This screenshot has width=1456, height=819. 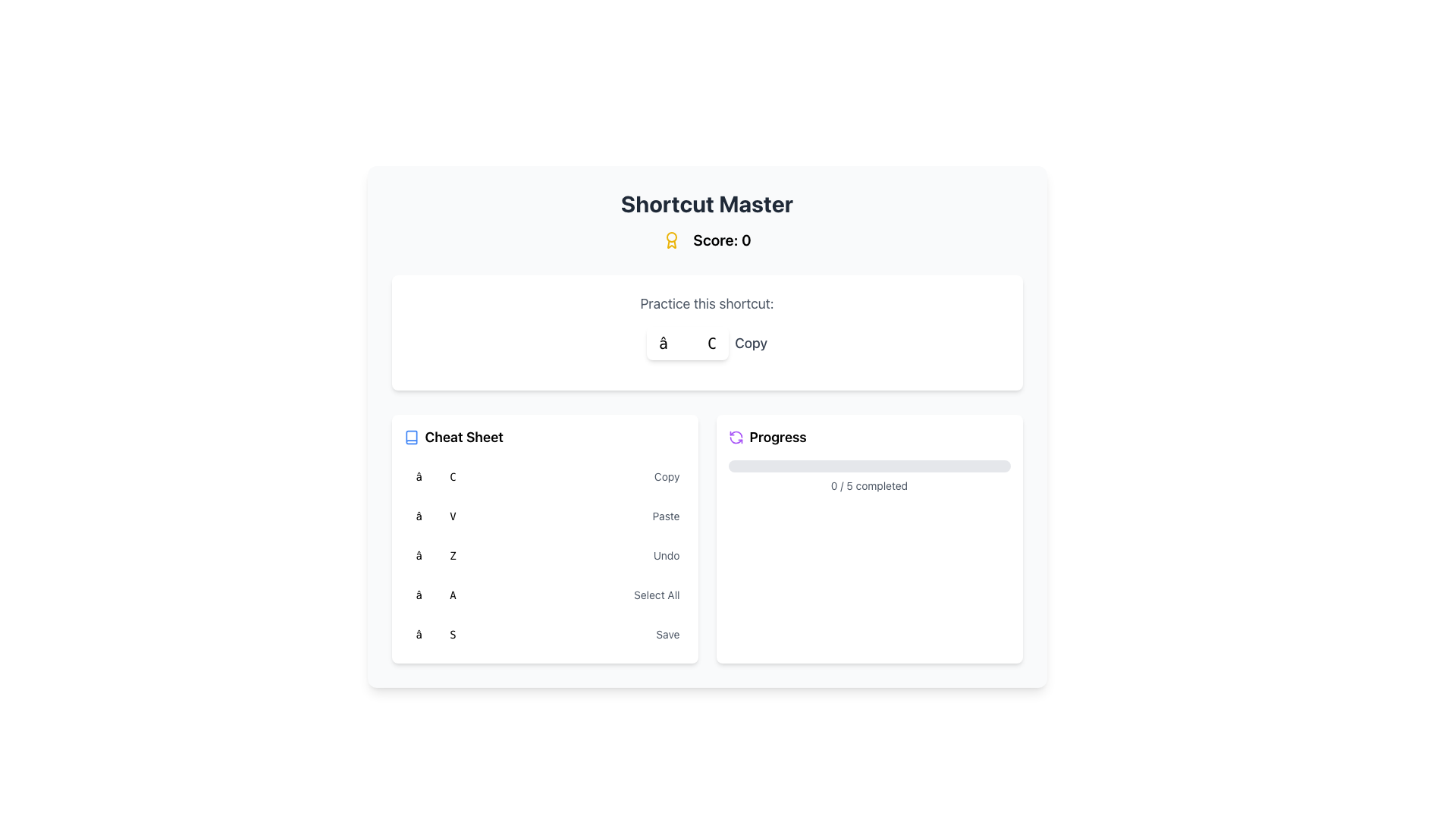 What do you see at coordinates (435, 555) in the screenshot?
I see `the stylized text label displaying '⌘ Z' with a light red background and red text, which is the third entry in the 'Cheat Sheet' section for keyboard shortcuts` at bounding box center [435, 555].